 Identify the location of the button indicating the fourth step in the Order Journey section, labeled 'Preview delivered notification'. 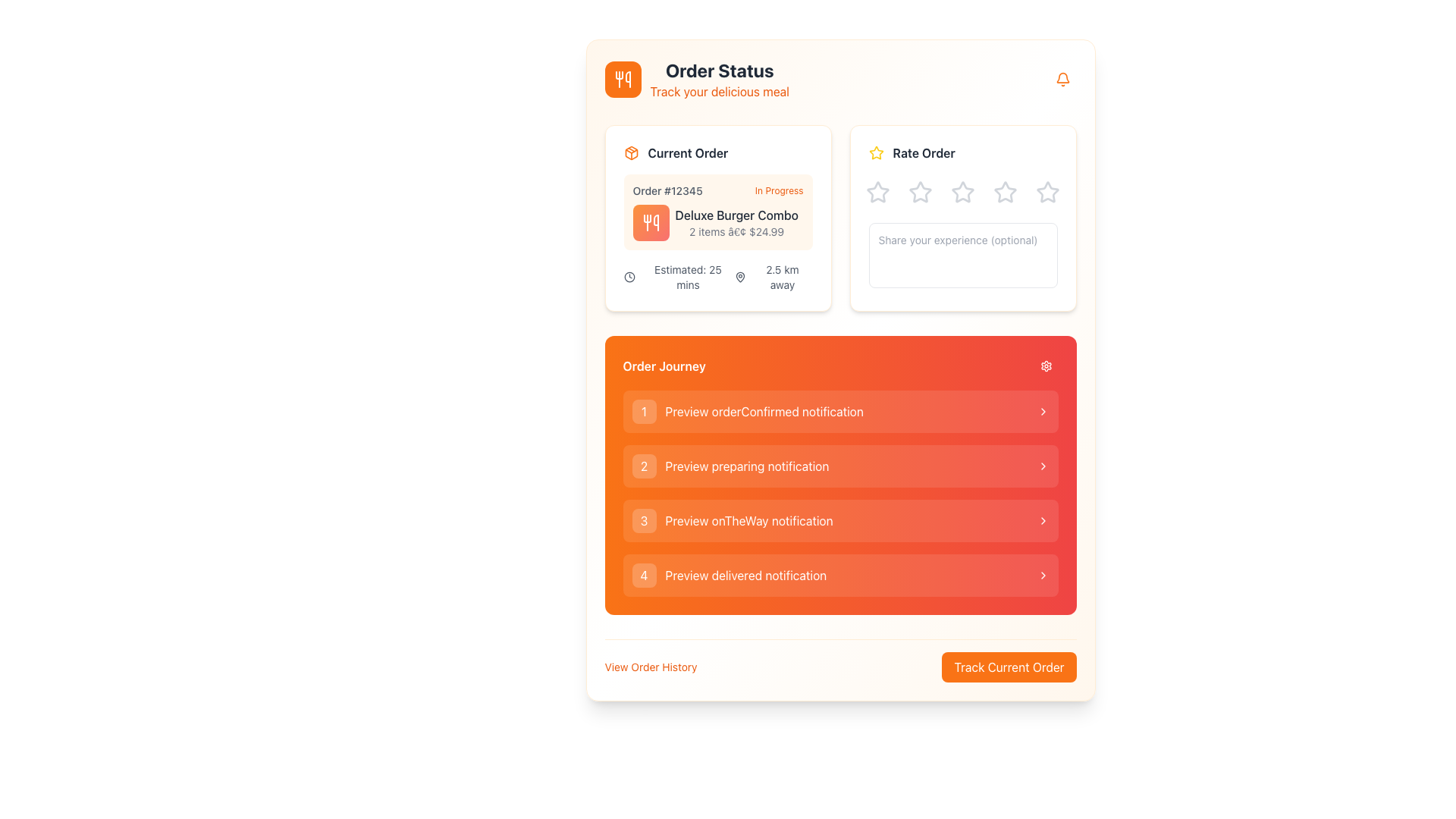
(644, 576).